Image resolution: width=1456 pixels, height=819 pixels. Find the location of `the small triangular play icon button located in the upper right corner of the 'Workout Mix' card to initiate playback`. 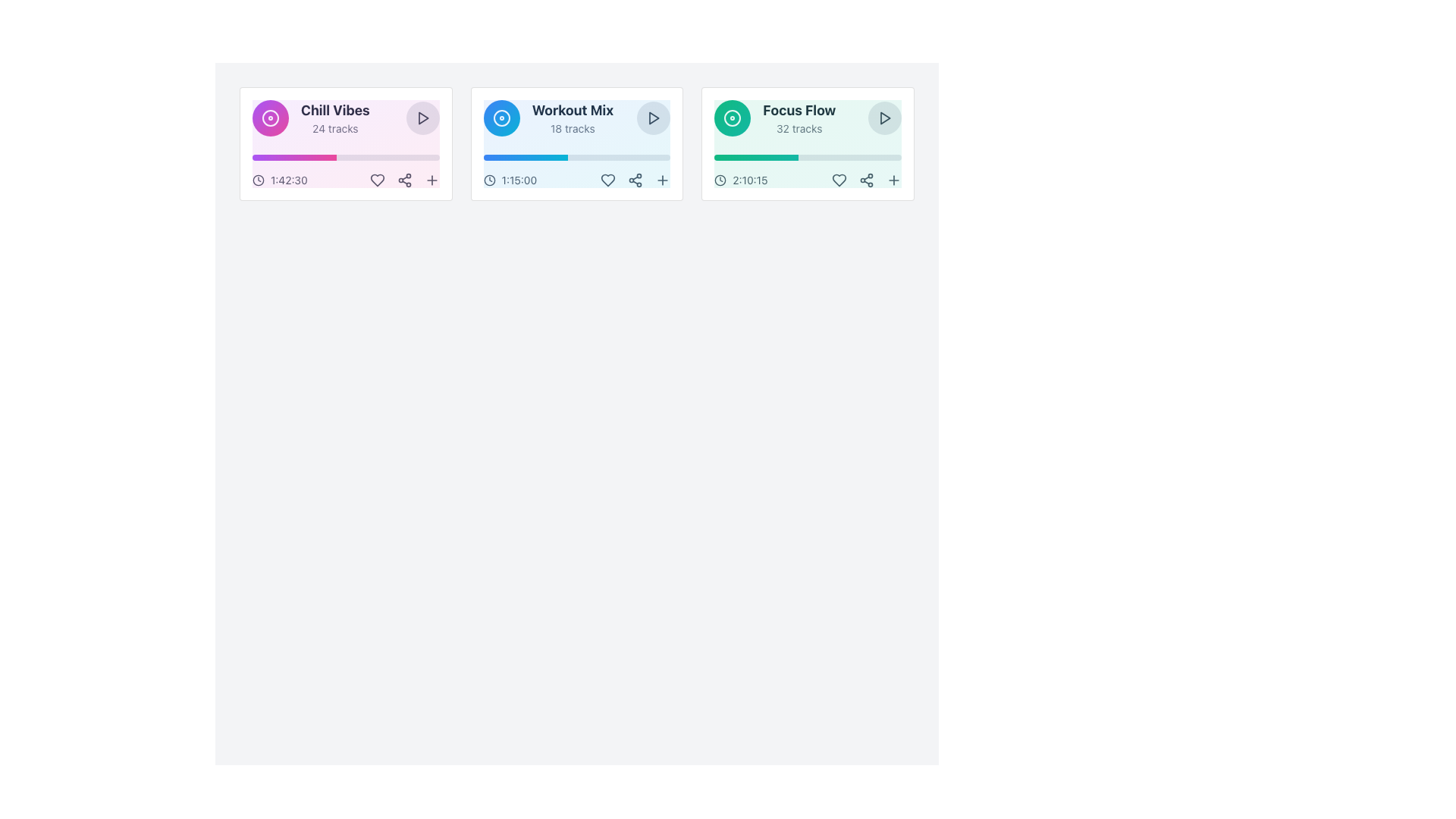

the small triangular play icon button located in the upper right corner of the 'Workout Mix' card to initiate playback is located at coordinates (654, 117).